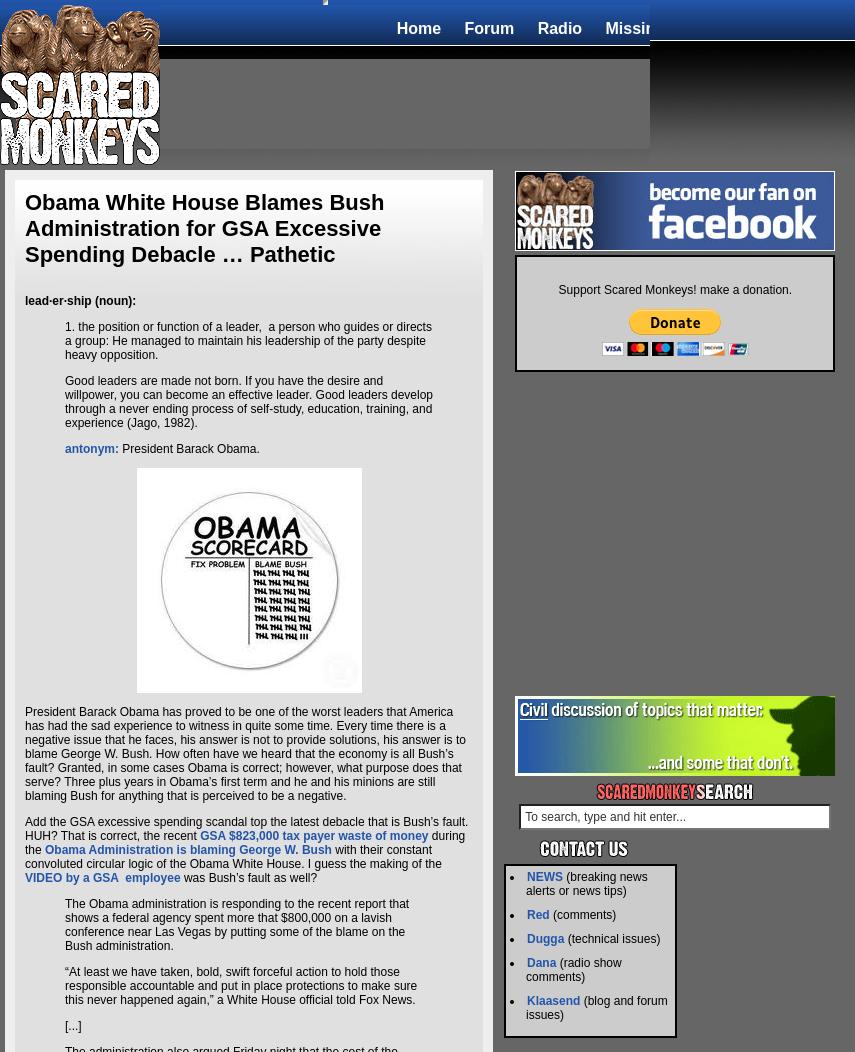 The height and width of the screenshot is (1052, 855). I want to click on 'NEWS', so click(527, 877).